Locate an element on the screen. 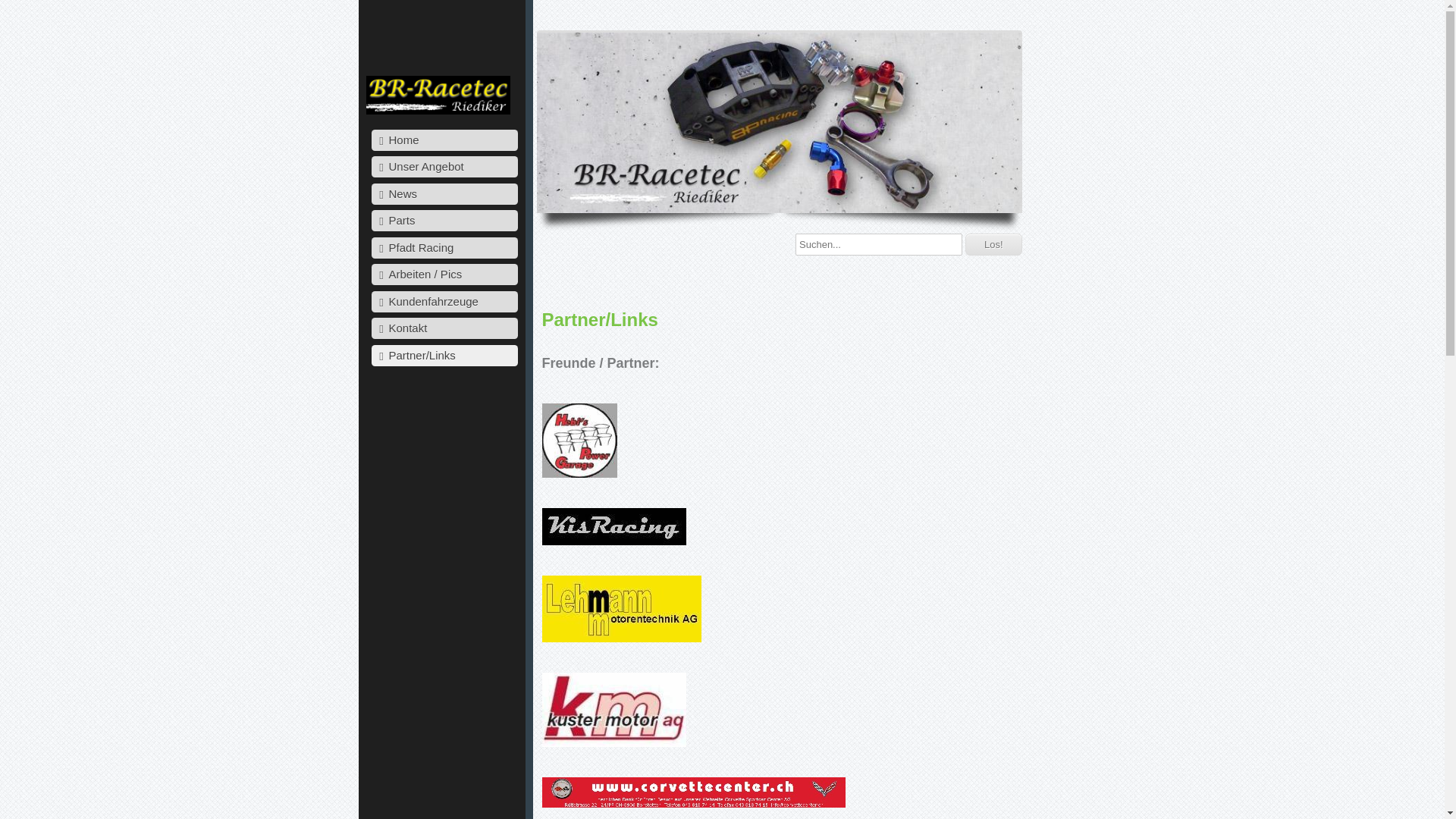 The image size is (1456, 819). 'Home' is located at coordinates (444, 140).